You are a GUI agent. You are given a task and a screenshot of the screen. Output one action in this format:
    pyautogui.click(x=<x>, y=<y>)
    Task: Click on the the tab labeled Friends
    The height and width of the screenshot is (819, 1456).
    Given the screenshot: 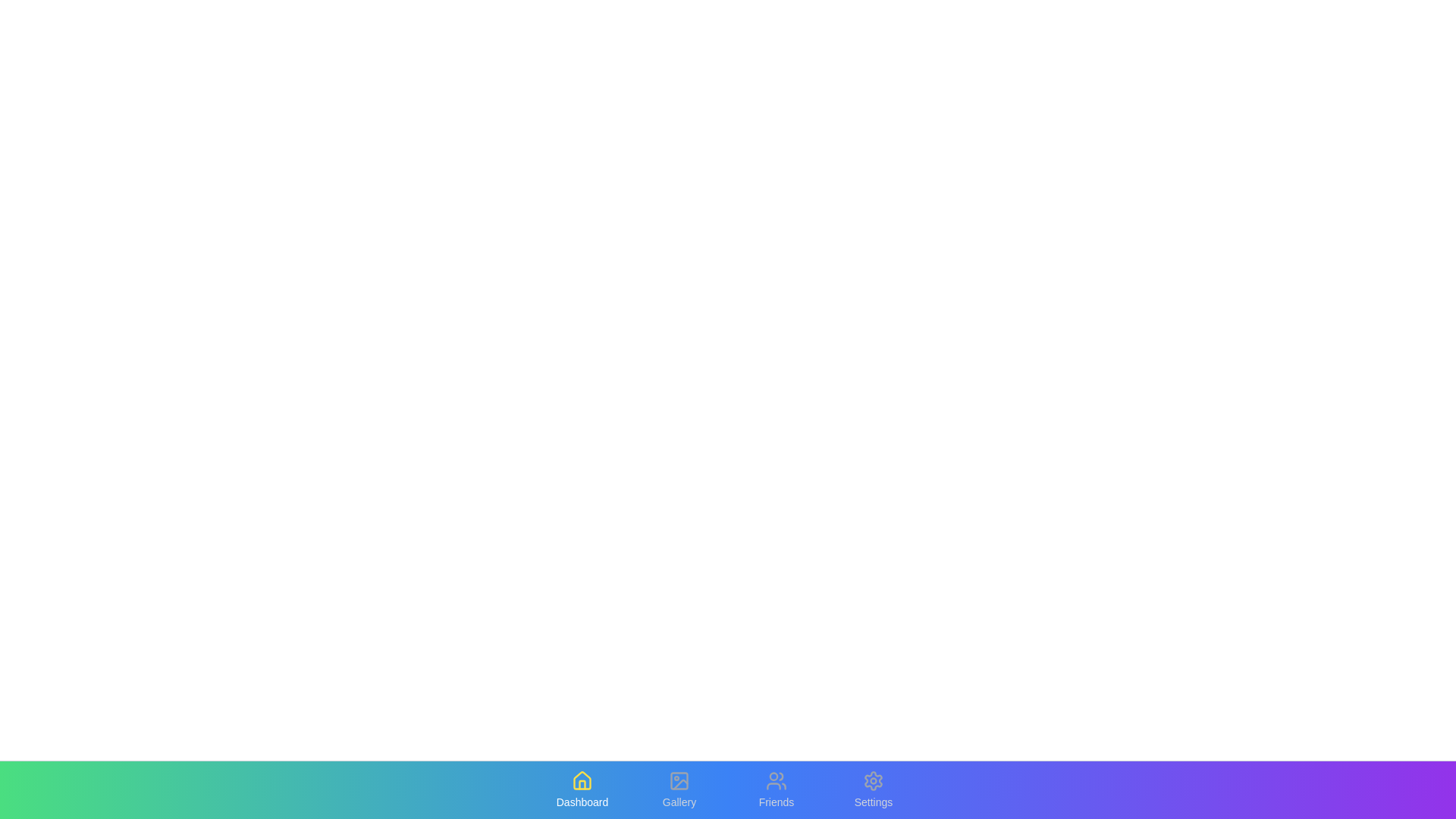 What is the action you would take?
    pyautogui.click(x=776, y=789)
    